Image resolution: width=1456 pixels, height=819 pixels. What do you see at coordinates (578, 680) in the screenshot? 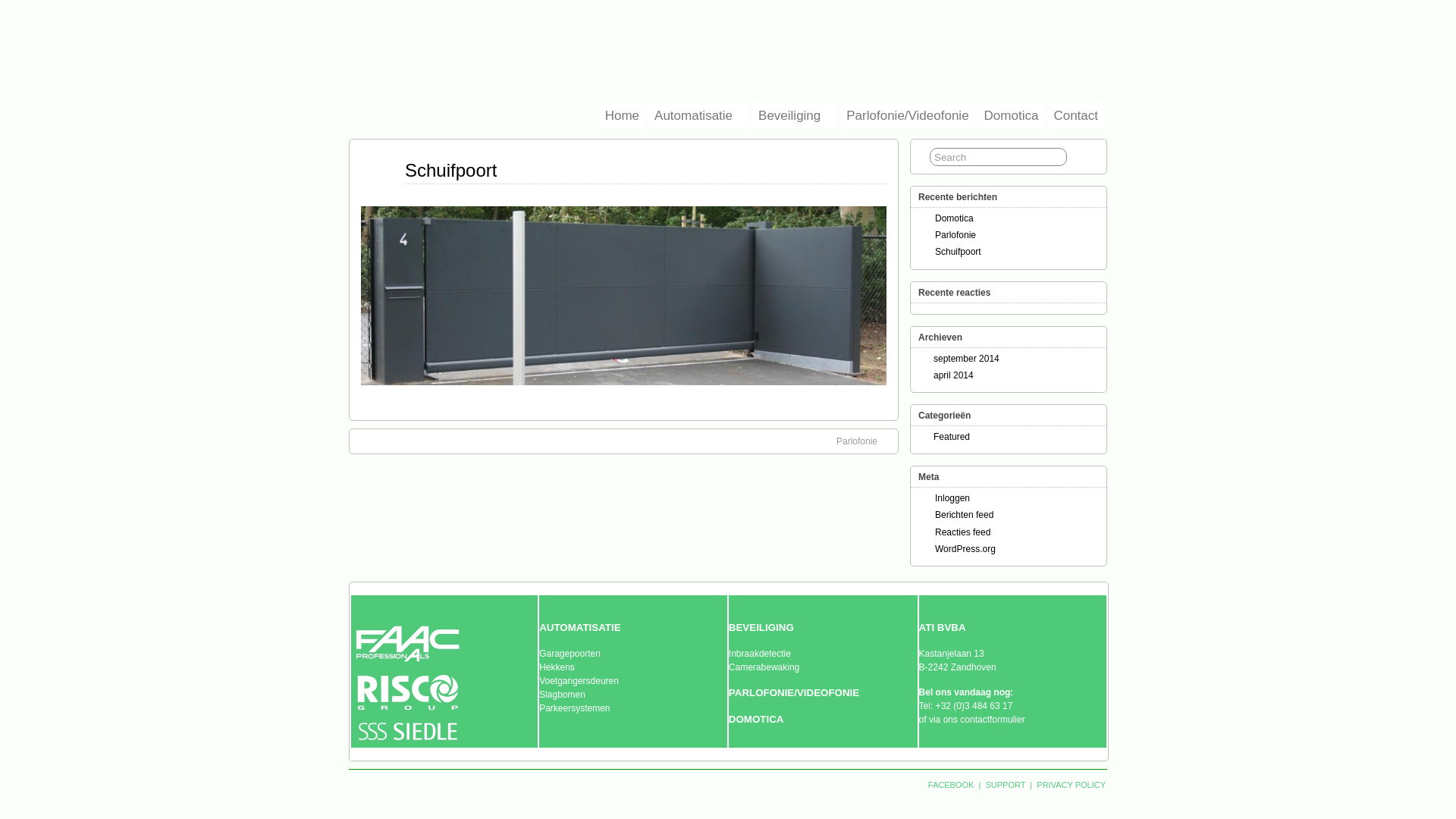
I see `'Voetgangersdeuren'` at bounding box center [578, 680].